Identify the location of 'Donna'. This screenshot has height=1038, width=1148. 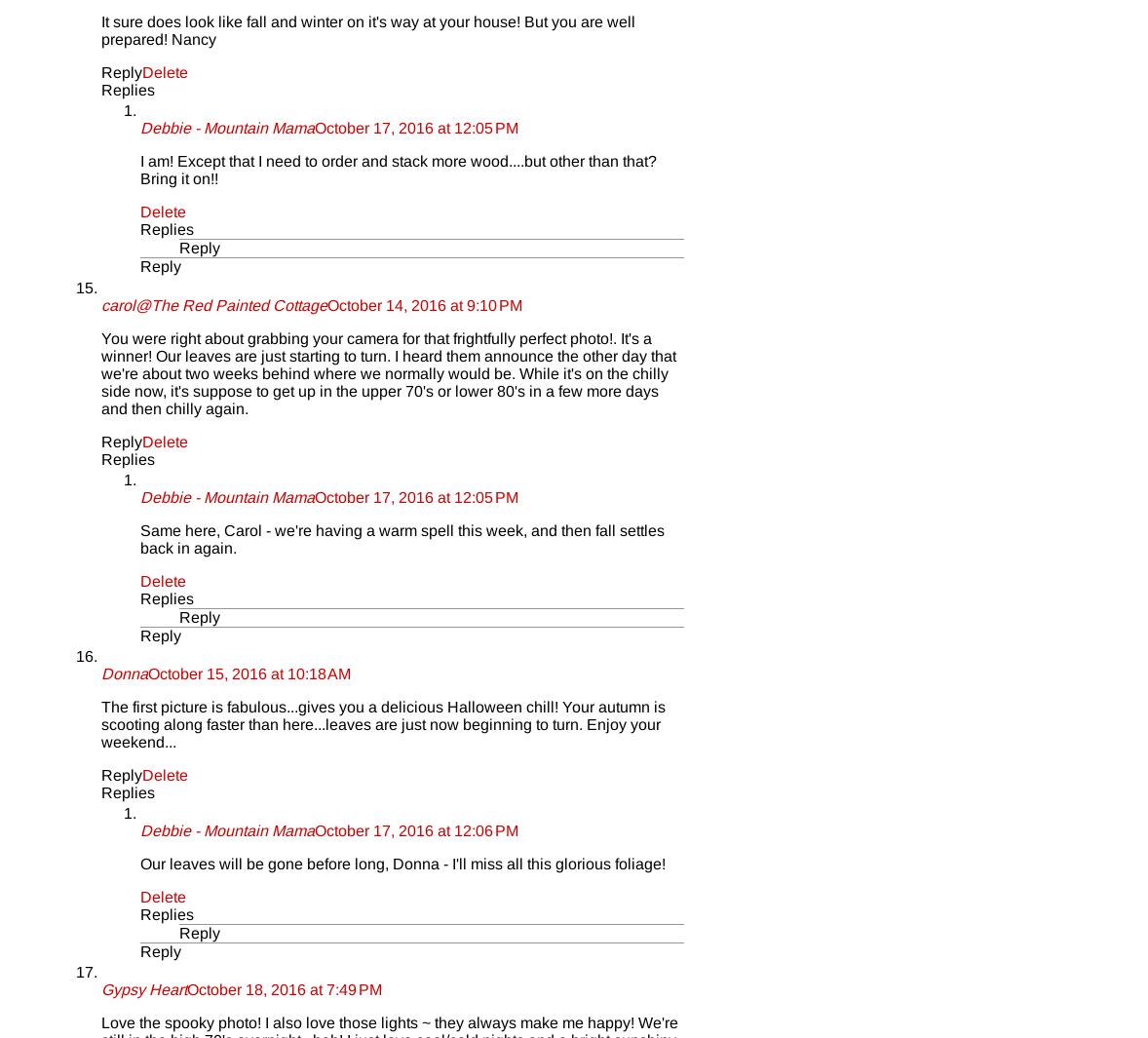
(124, 673).